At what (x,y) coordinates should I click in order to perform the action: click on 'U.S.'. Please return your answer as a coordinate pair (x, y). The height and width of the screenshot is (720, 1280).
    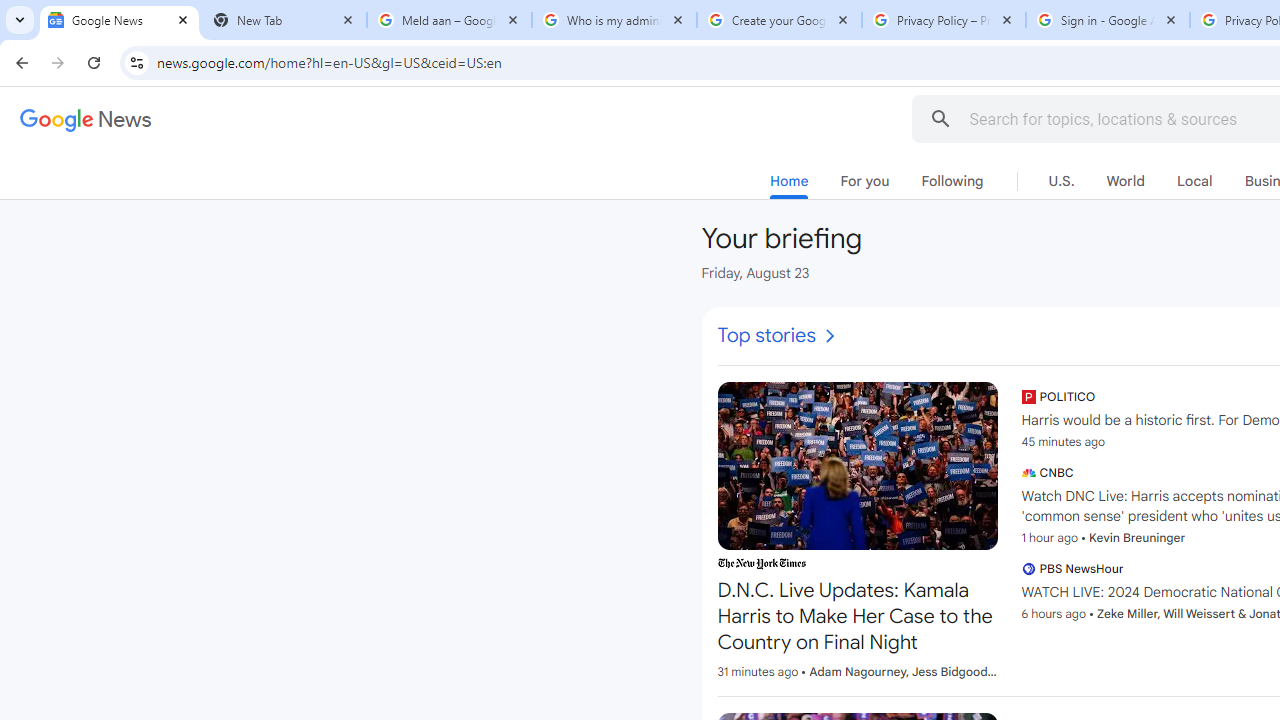
    Looking at the image, I should click on (1060, 181).